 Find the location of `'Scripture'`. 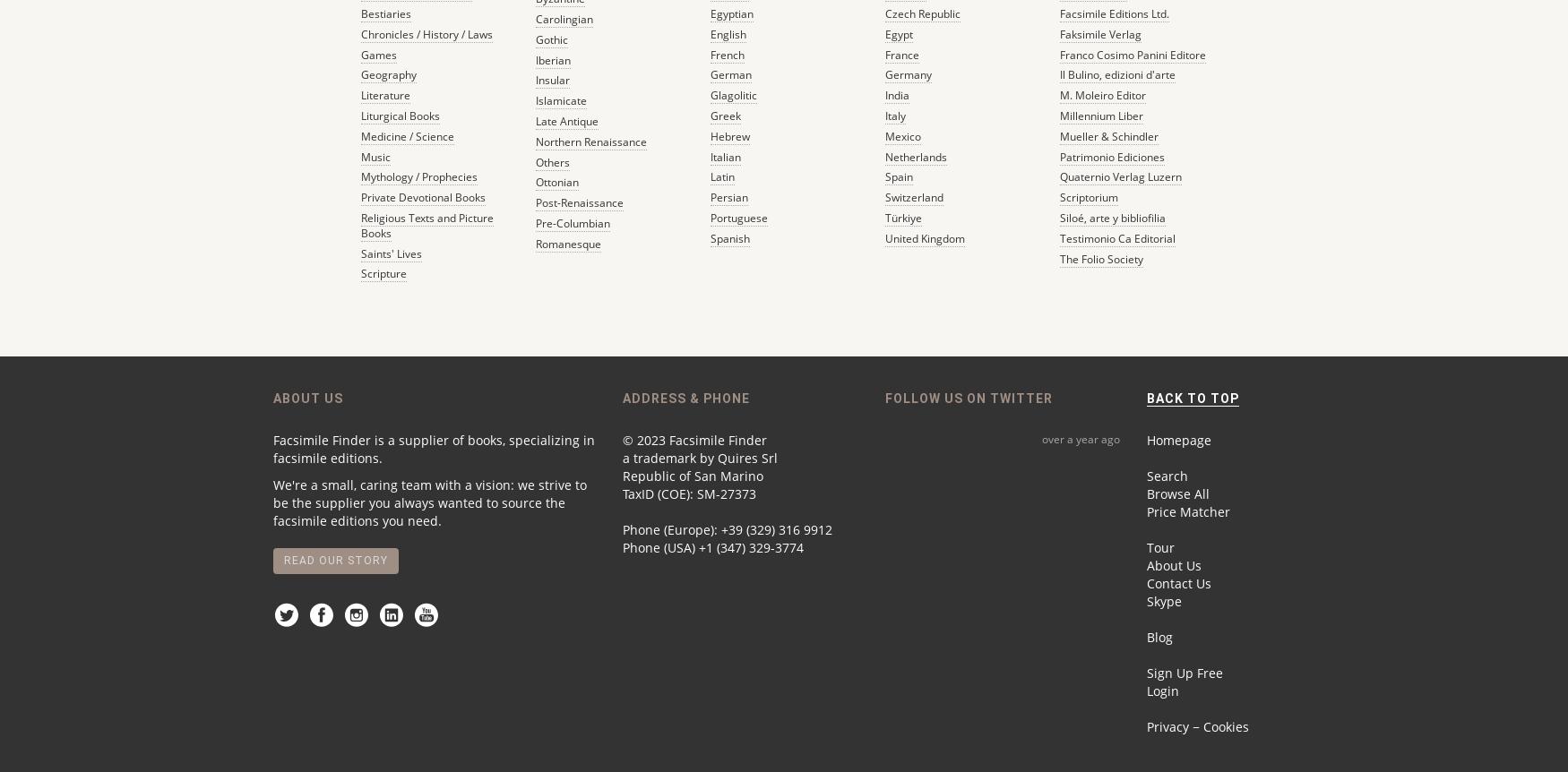

'Scripture' is located at coordinates (382, 273).